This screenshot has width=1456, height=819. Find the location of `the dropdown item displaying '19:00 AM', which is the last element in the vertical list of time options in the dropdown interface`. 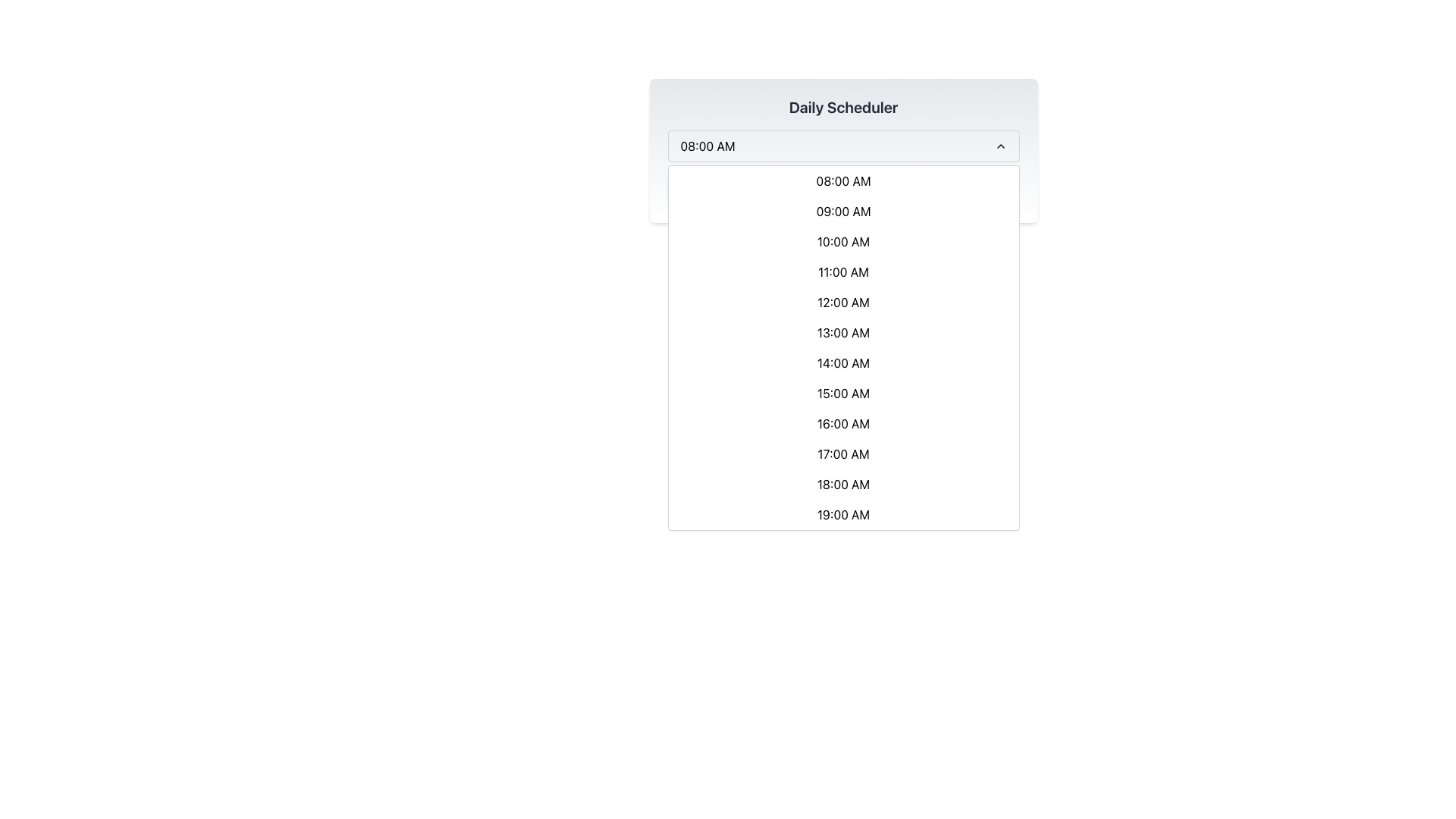

the dropdown item displaying '19:00 AM', which is the last element in the vertical list of time options in the dropdown interface is located at coordinates (843, 513).